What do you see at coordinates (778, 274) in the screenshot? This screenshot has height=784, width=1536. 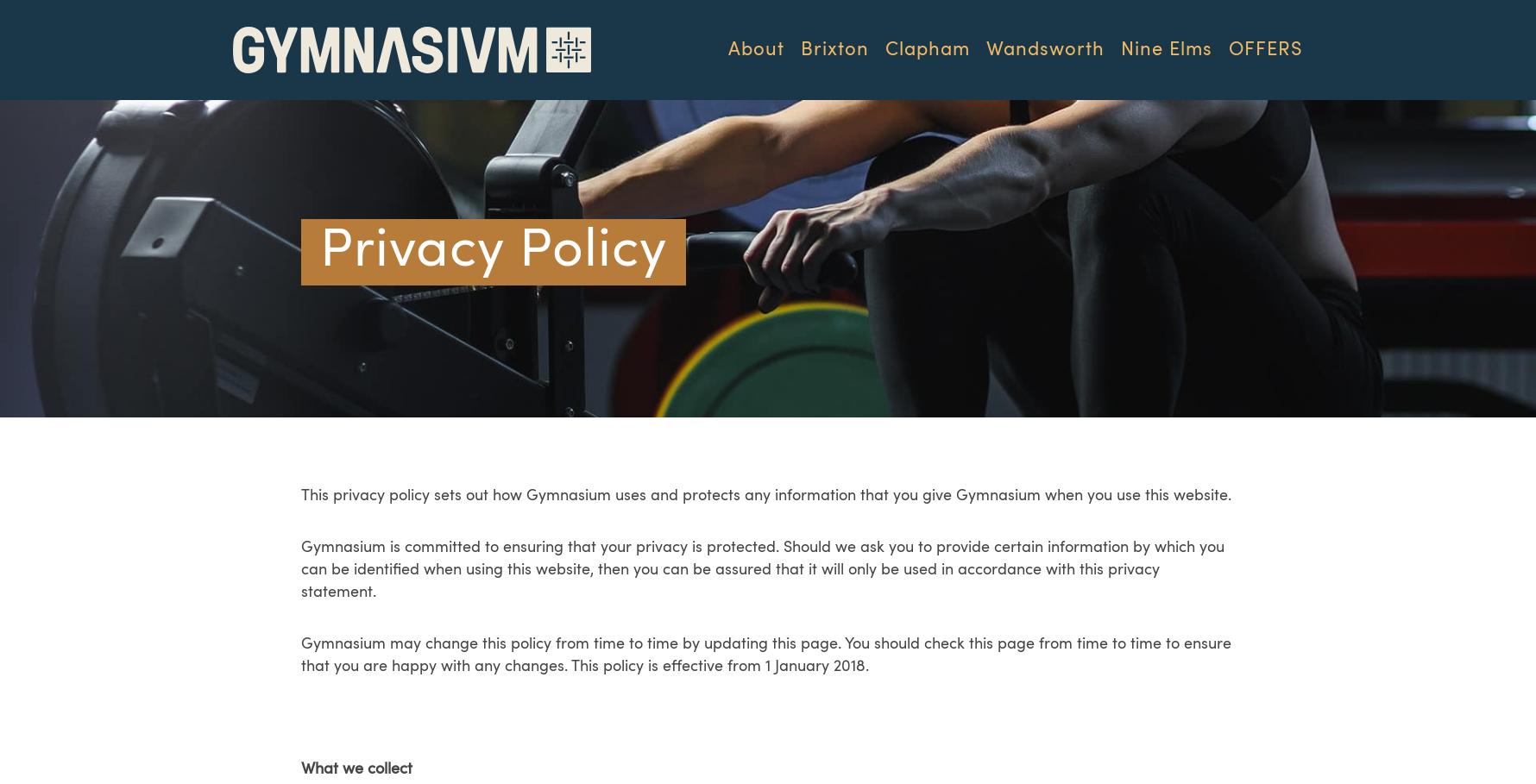 I see `'B-Corp'` at bounding box center [778, 274].